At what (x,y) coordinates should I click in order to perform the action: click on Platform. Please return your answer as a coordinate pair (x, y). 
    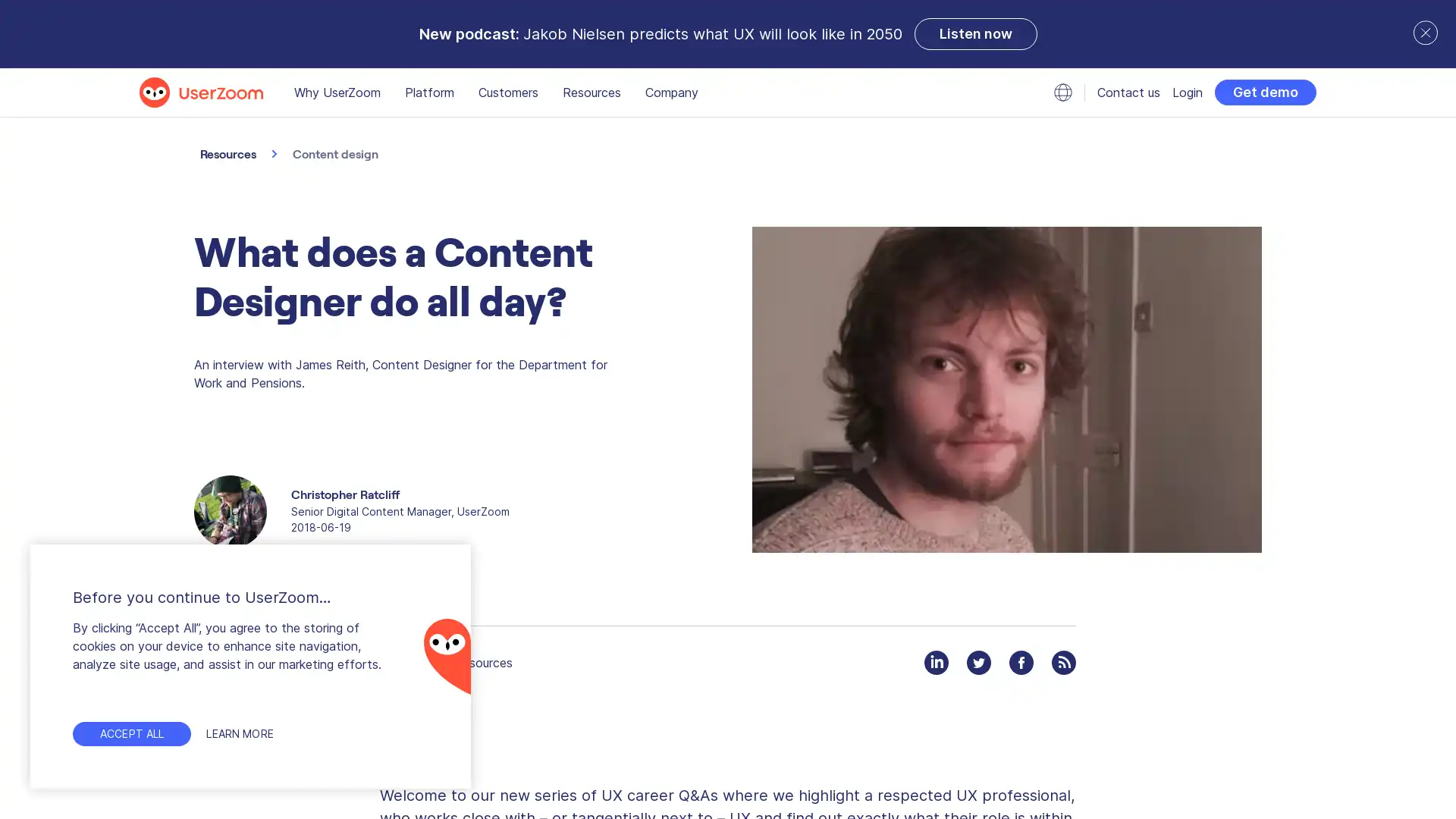
    Looking at the image, I should click on (428, 93).